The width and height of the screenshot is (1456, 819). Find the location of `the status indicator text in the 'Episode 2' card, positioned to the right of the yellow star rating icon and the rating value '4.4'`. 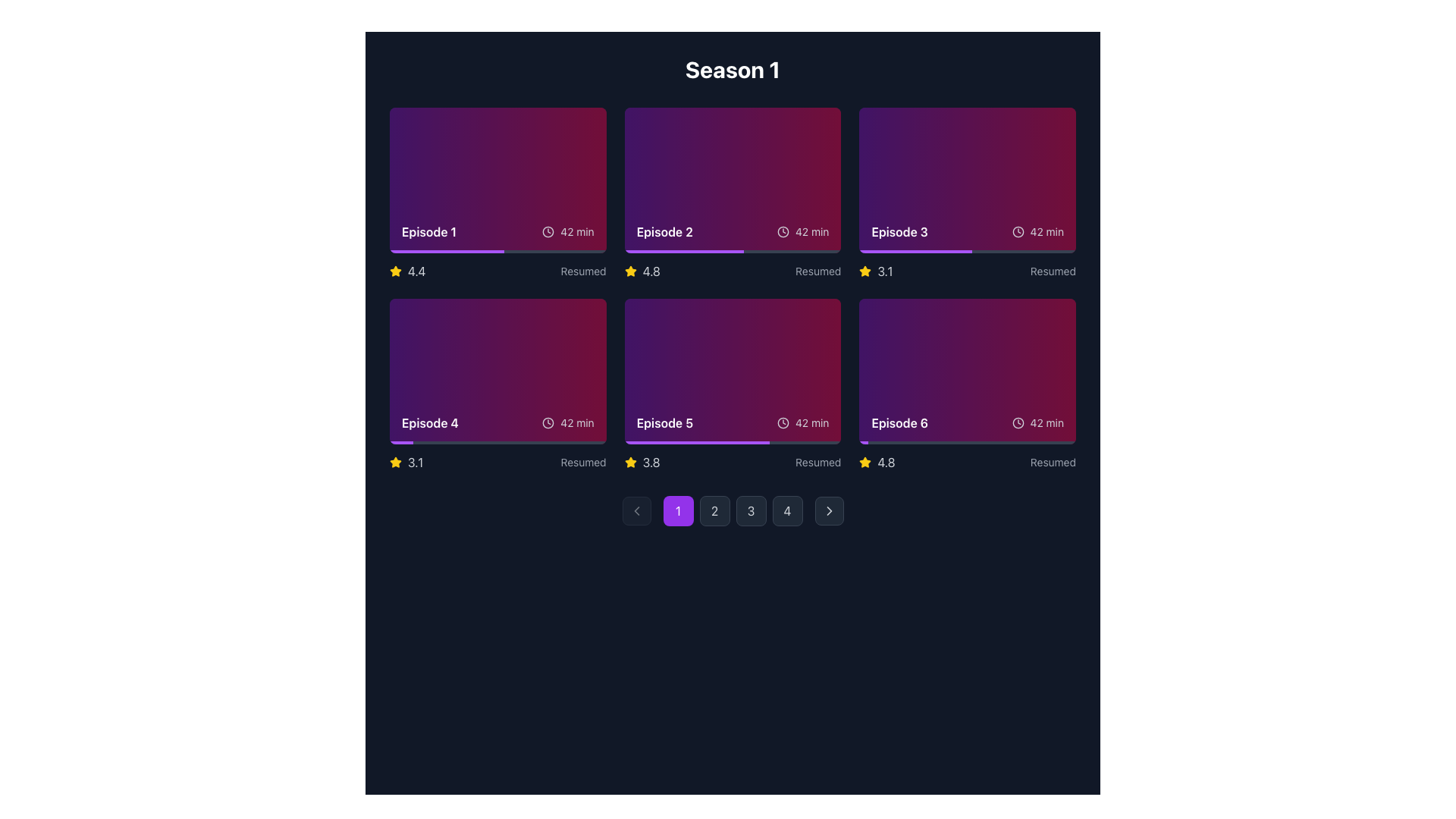

the status indicator text in the 'Episode 2' card, positioned to the right of the yellow star rating icon and the rating value '4.4' is located at coordinates (582, 271).